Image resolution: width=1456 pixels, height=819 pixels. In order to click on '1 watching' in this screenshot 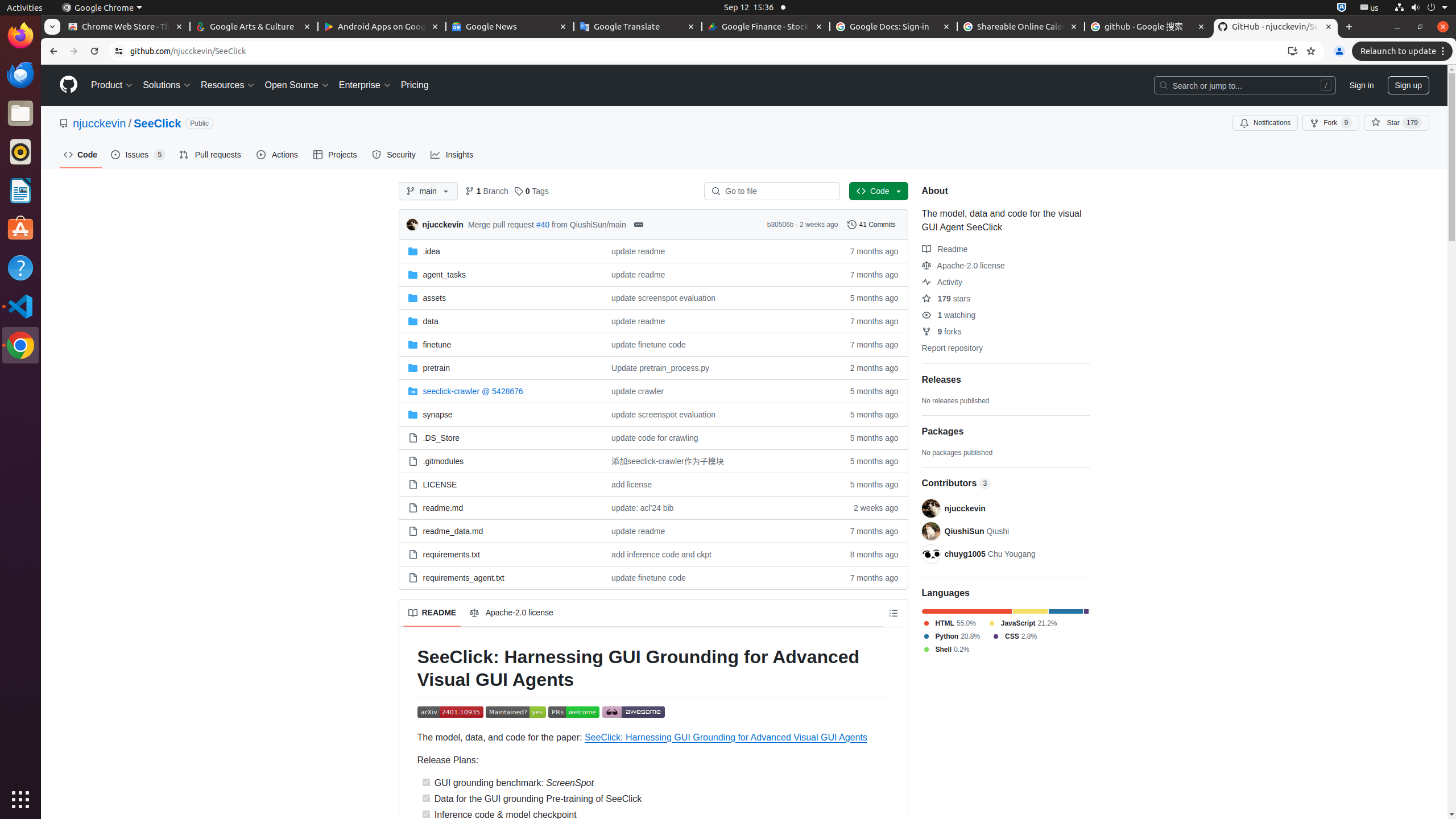, I will do `click(948, 314)`.